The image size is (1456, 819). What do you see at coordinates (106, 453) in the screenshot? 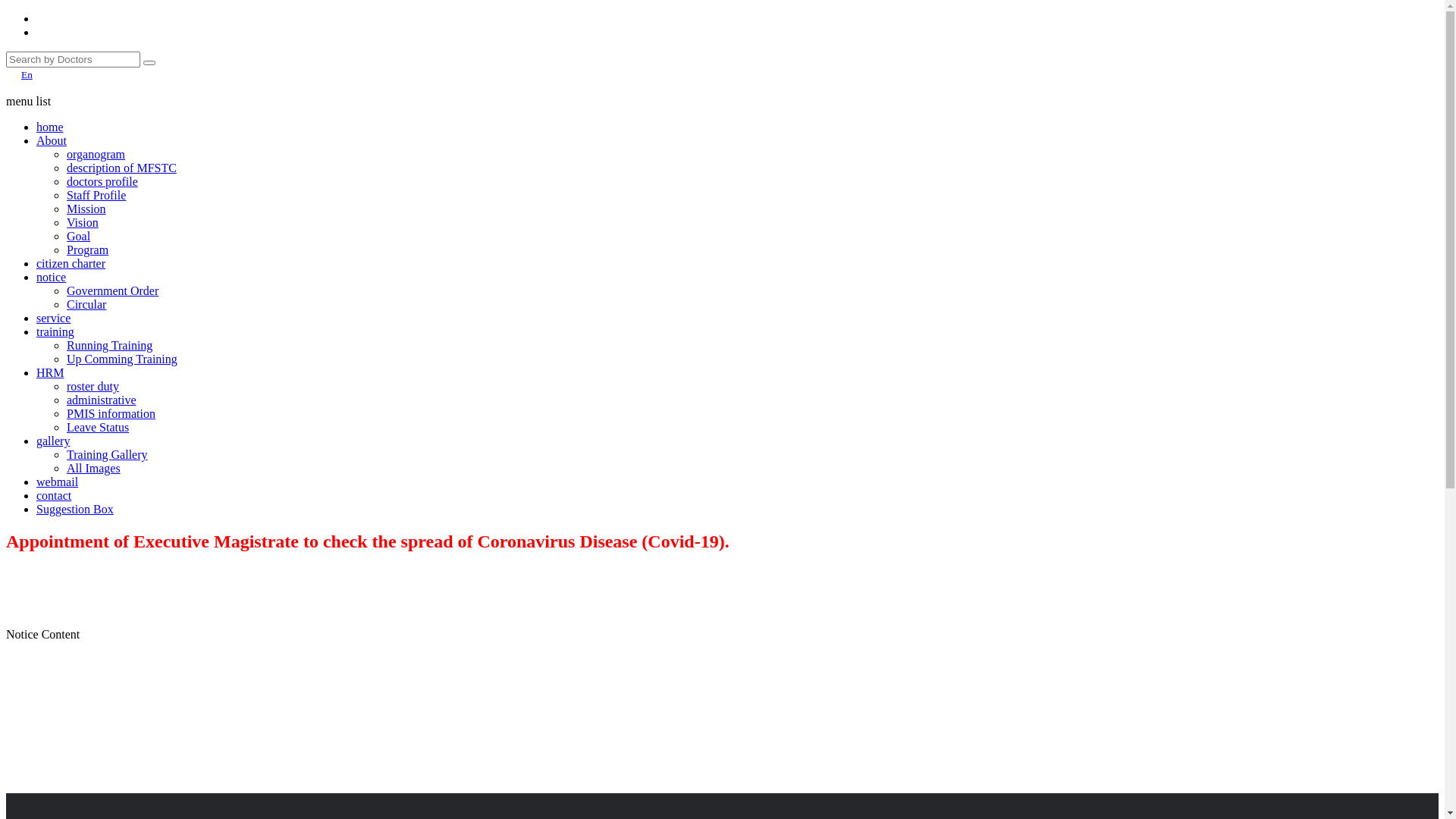
I see `'Training Gallery'` at bounding box center [106, 453].